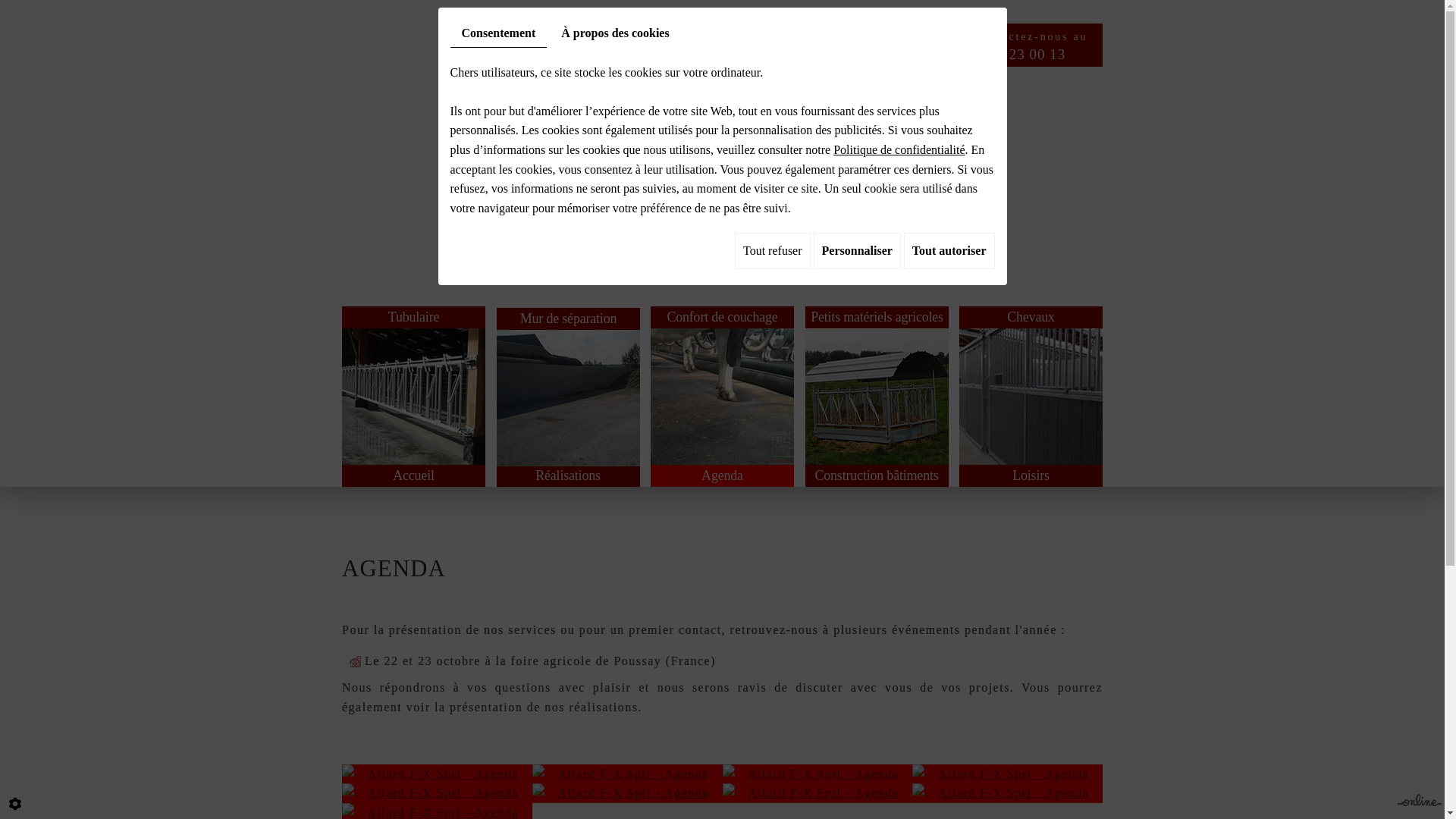 This screenshot has height=819, width=1456. I want to click on 'Accueil', so click(413, 475).